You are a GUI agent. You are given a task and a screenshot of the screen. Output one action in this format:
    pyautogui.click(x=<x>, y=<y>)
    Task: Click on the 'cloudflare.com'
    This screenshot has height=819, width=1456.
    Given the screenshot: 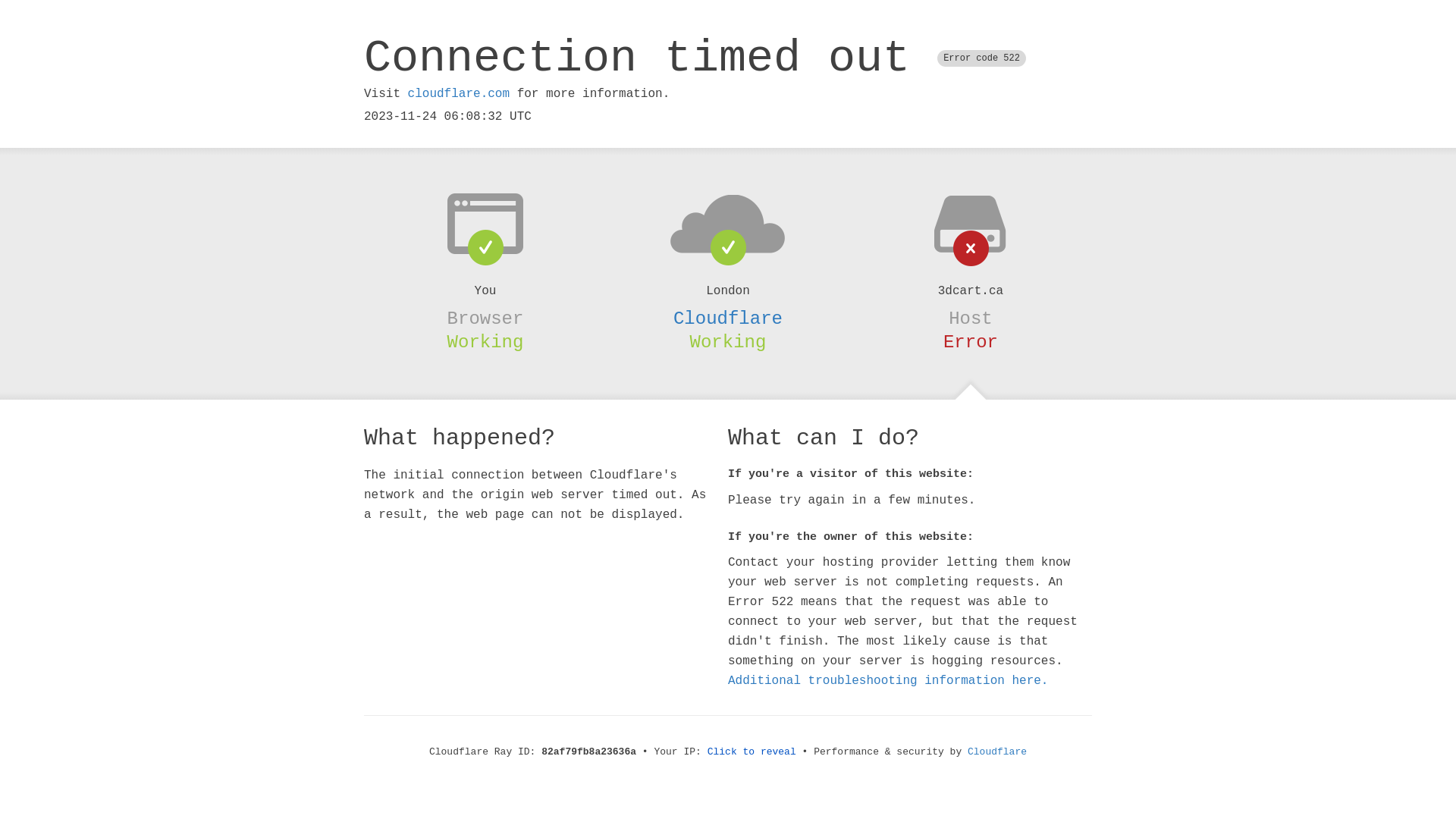 What is the action you would take?
    pyautogui.click(x=457, y=93)
    